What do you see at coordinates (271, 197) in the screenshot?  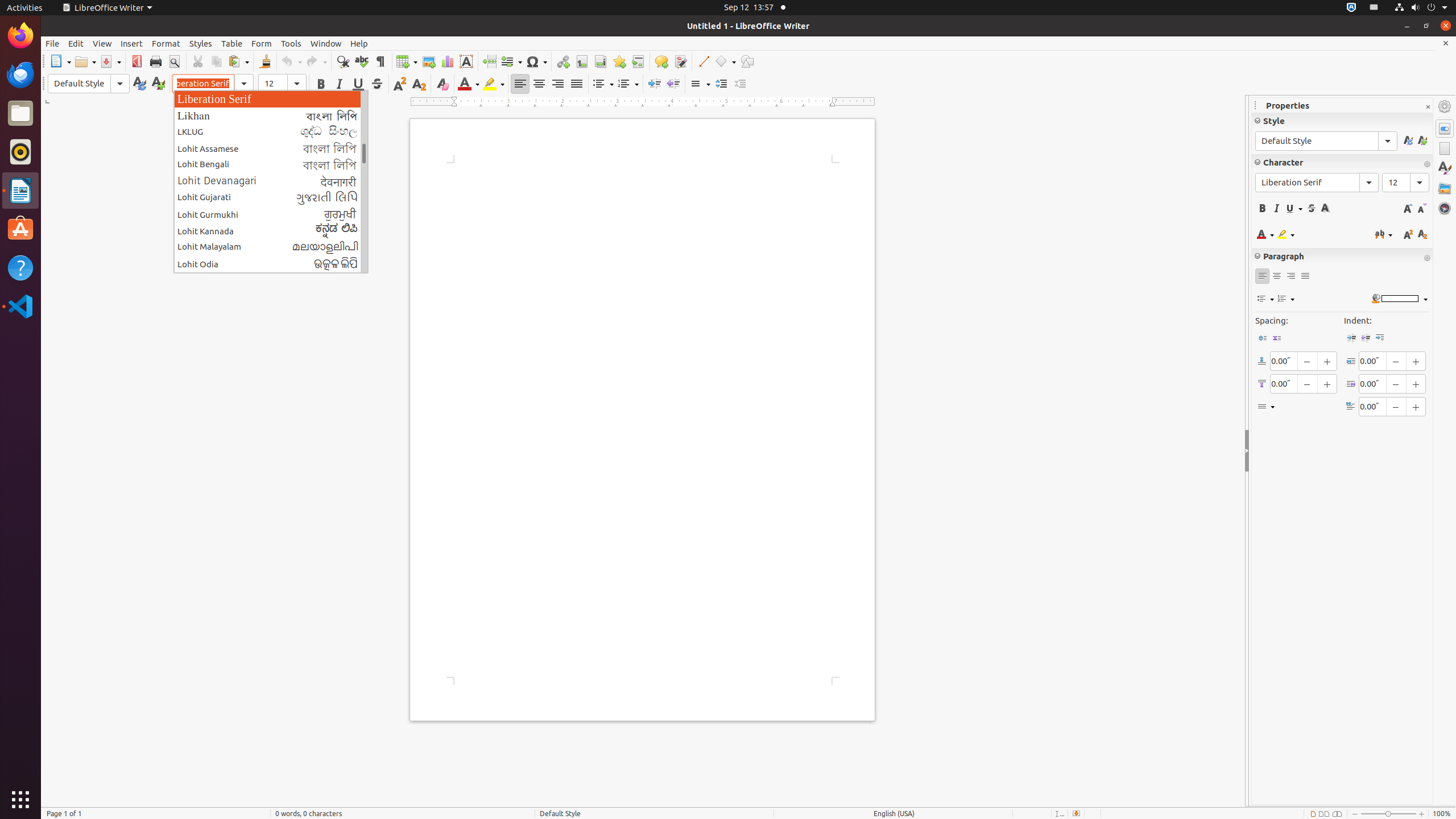 I see `'Lohit Gujarati'` at bounding box center [271, 197].